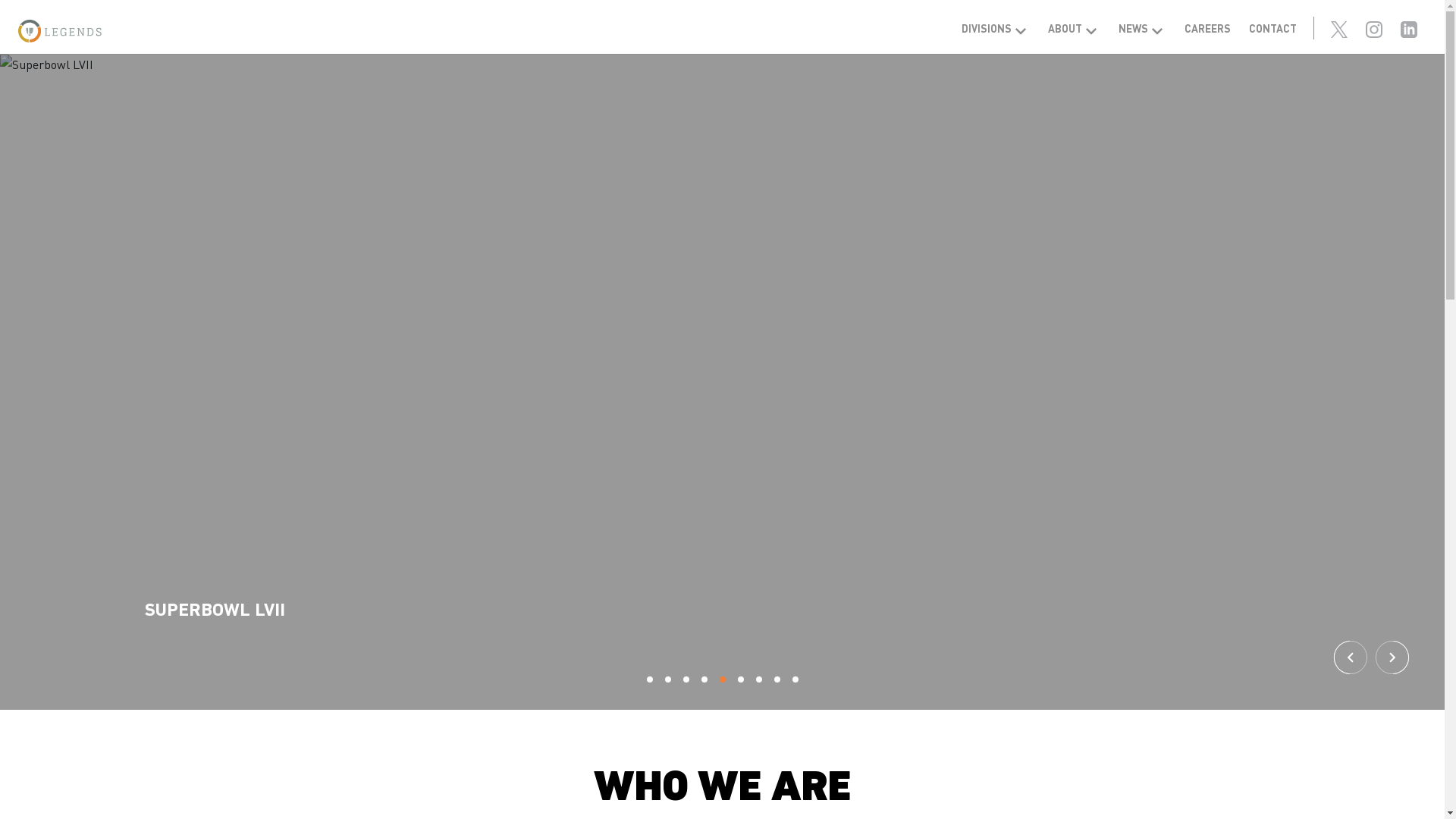  I want to click on 'CAREERS', so click(1207, 28).